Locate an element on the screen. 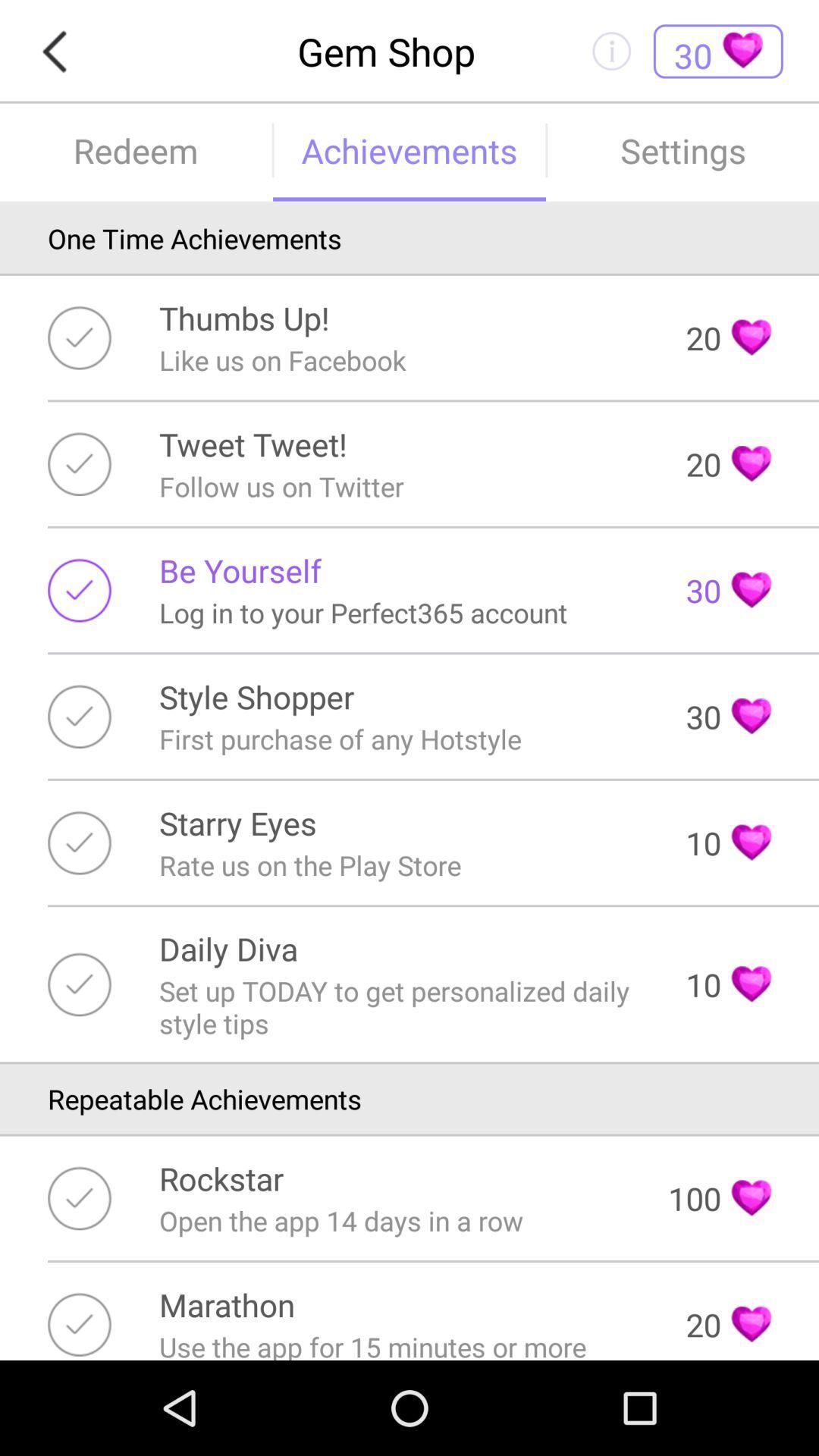  the arrow_backward icon is located at coordinates (58, 55).